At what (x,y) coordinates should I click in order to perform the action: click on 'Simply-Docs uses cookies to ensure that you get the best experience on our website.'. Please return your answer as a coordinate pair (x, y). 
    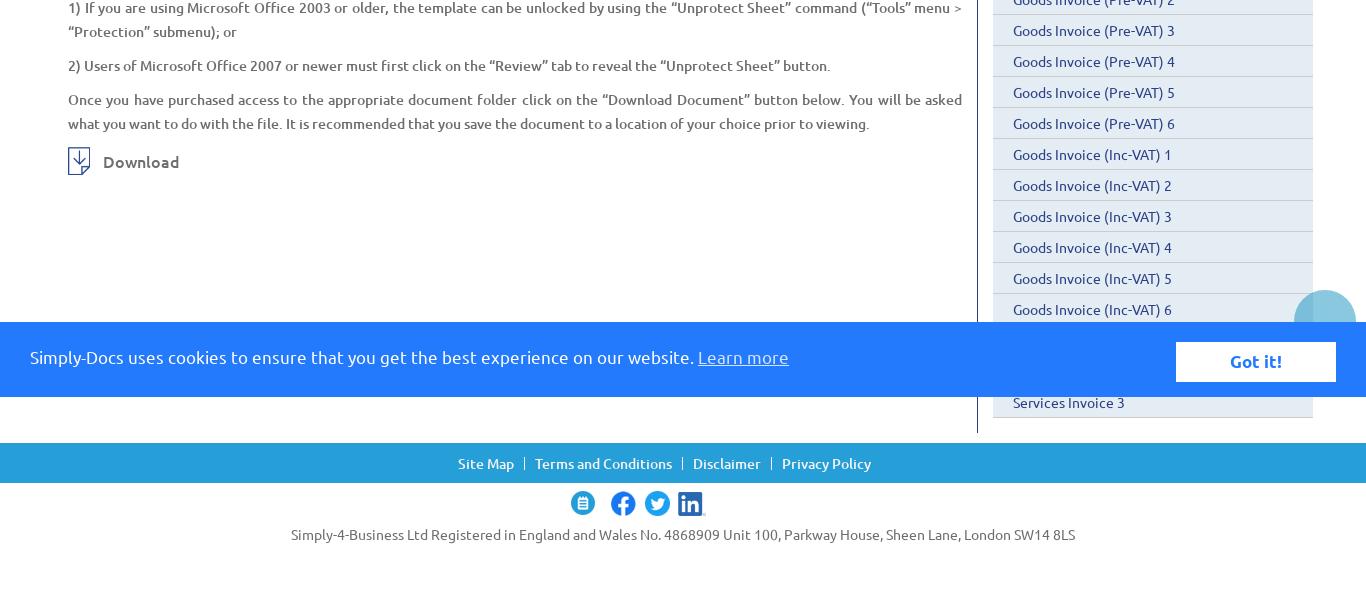
    Looking at the image, I should click on (30, 355).